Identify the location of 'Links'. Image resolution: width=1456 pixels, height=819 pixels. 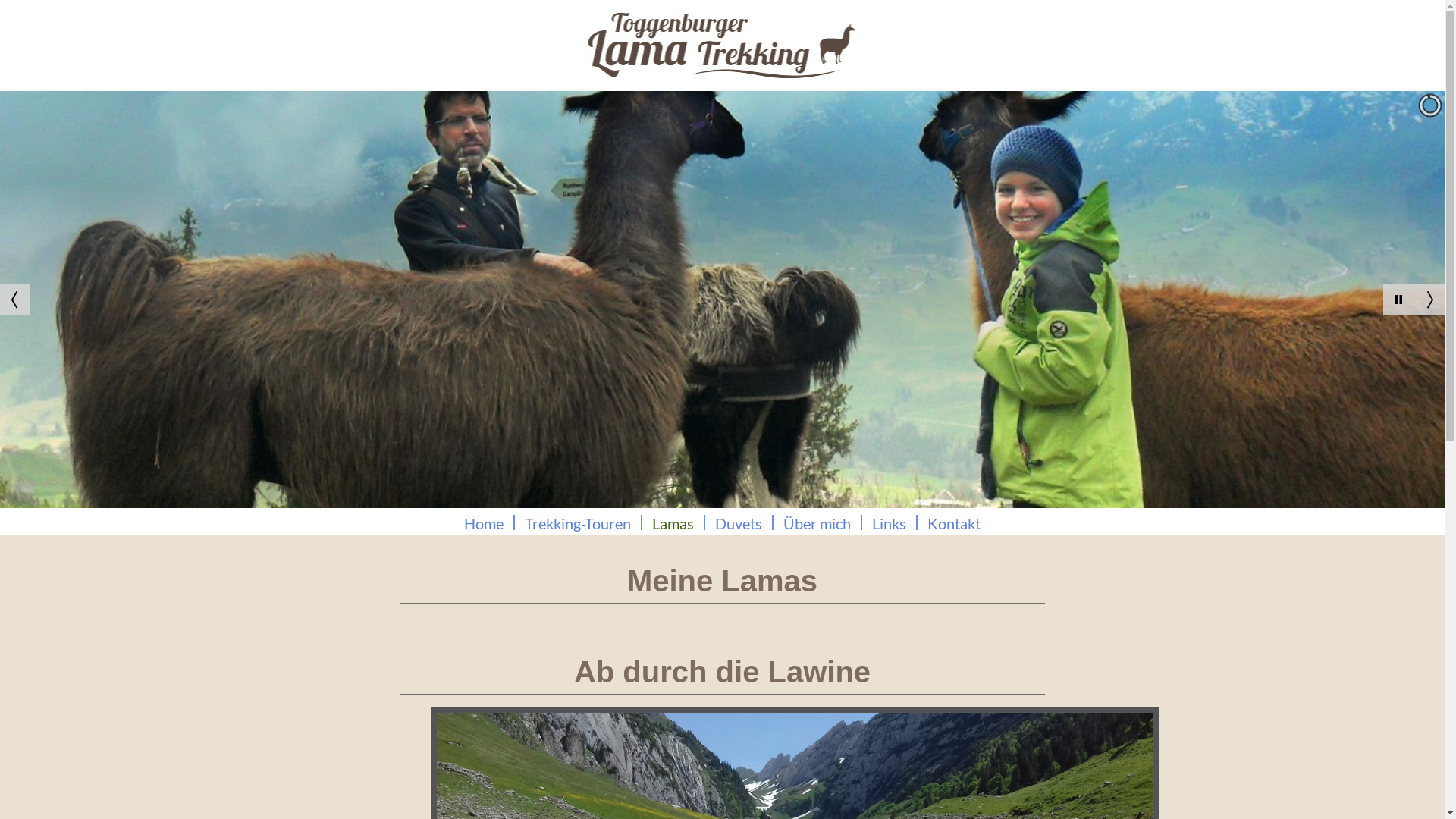
(889, 522).